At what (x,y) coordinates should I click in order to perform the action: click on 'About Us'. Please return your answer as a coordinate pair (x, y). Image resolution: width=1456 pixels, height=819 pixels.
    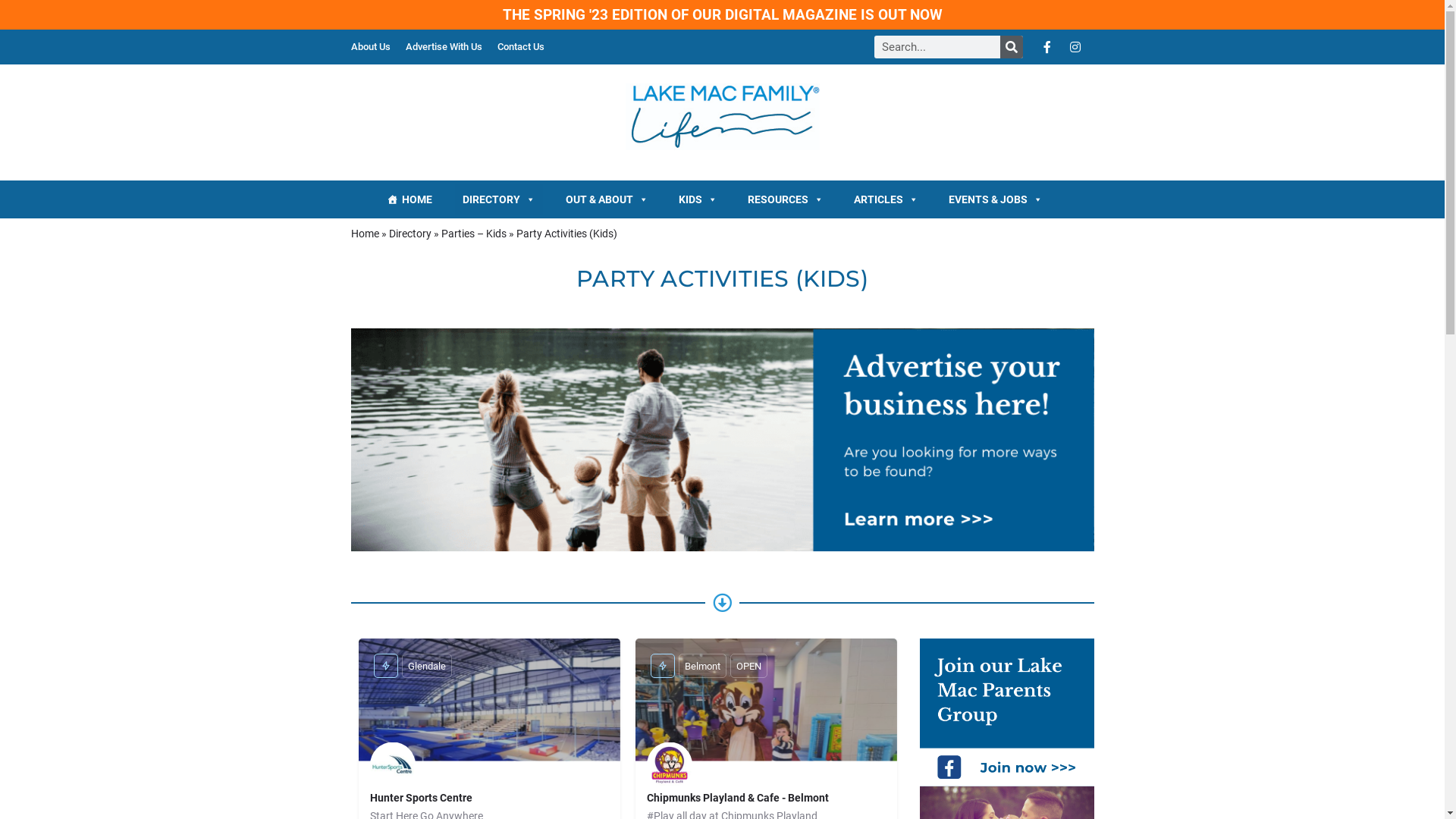
    Looking at the image, I should click on (370, 45).